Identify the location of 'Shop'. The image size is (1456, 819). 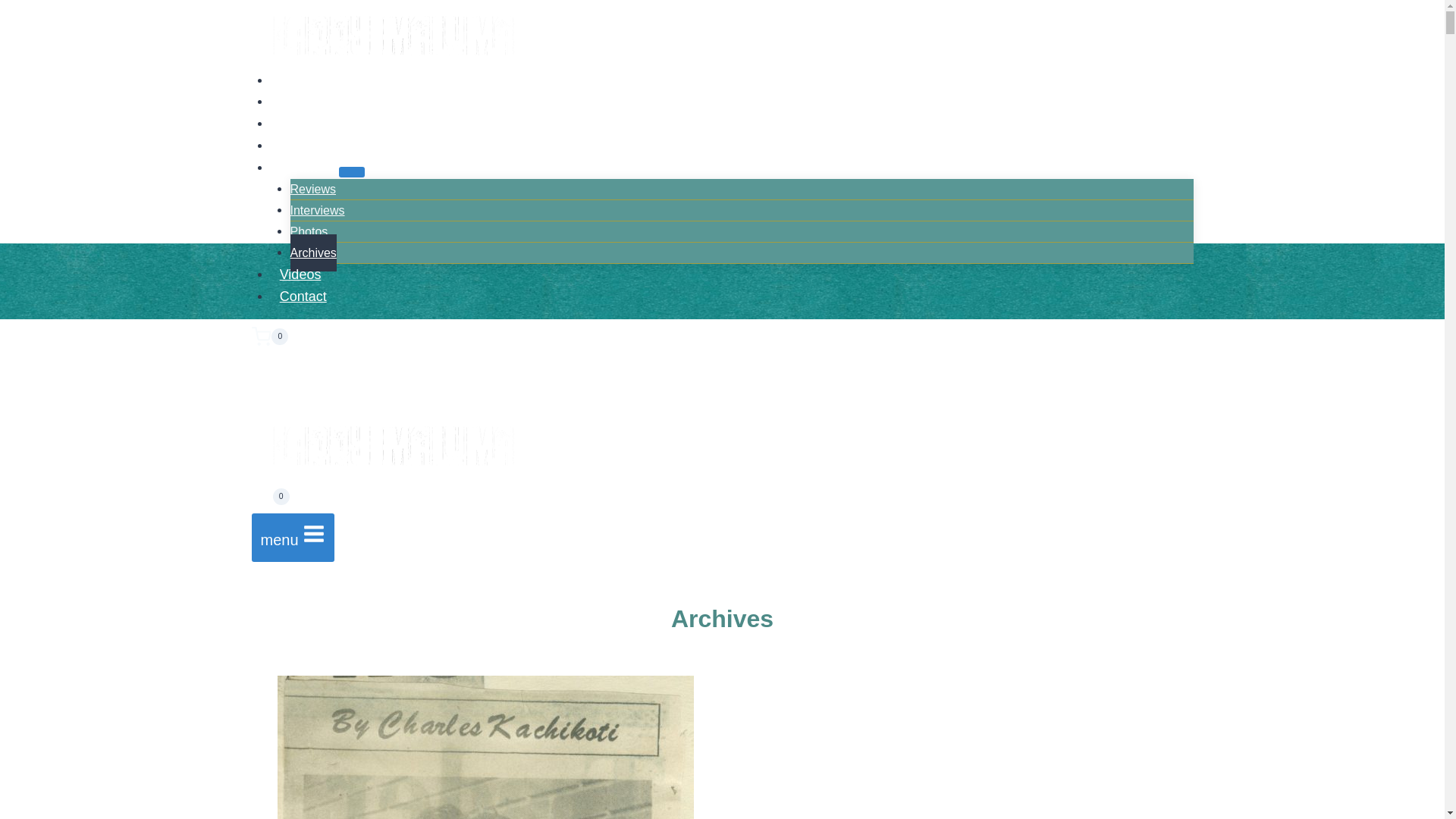
(295, 146).